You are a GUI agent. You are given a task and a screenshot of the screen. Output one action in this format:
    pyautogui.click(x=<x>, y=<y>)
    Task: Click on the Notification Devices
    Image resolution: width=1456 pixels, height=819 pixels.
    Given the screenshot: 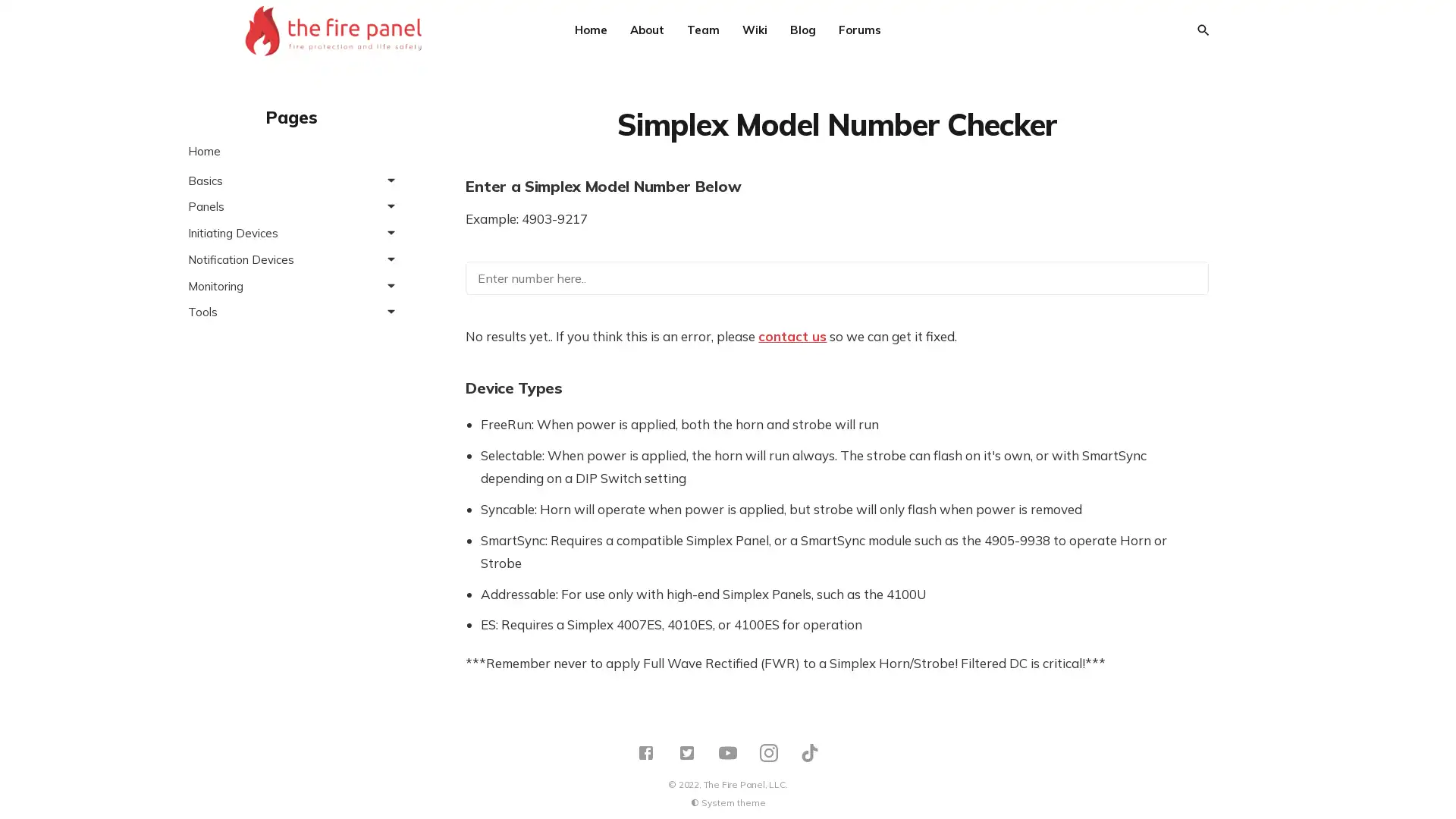 What is the action you would take?
    pyautogui.click(x=291, y=259)
    